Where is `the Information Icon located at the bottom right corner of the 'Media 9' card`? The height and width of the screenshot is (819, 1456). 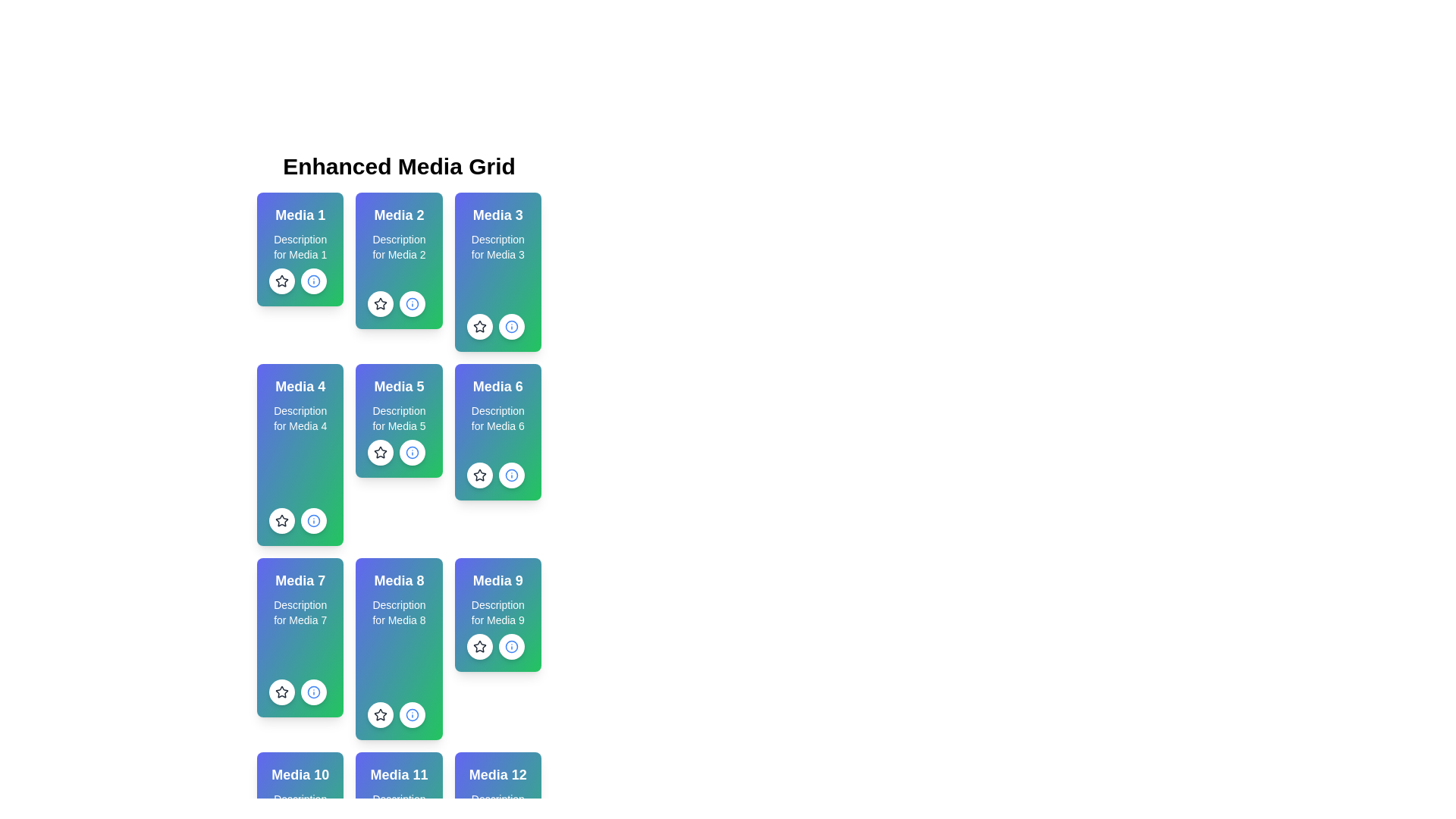
the Information Icon located at the bottom right corner of the 'Media 9' card is located at coordinates (511, 646).